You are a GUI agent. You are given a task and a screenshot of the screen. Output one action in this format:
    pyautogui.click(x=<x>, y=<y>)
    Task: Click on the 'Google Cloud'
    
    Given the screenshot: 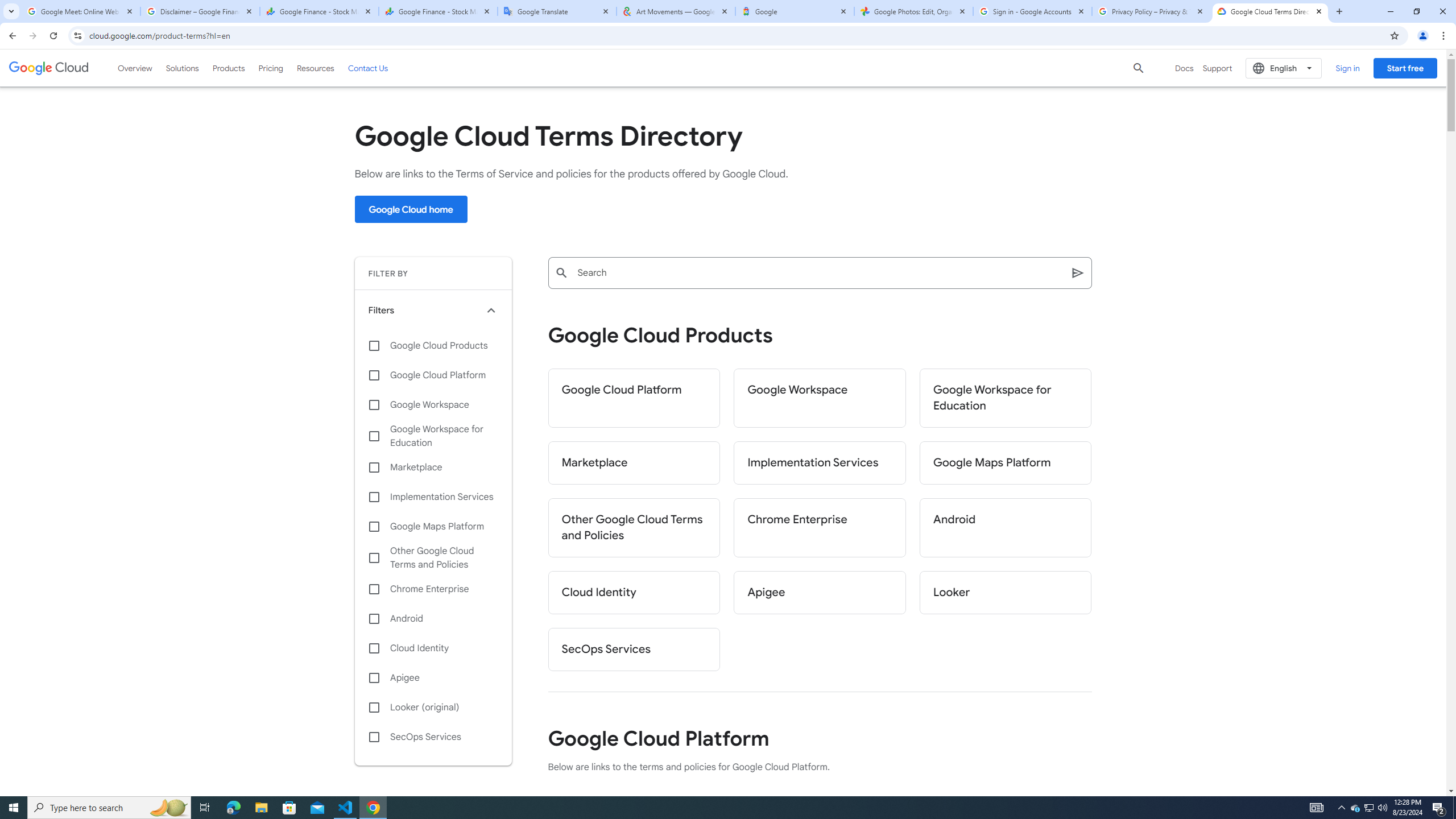 What is the action you would take?
    pyautogui.click(x=48, y=67)
    